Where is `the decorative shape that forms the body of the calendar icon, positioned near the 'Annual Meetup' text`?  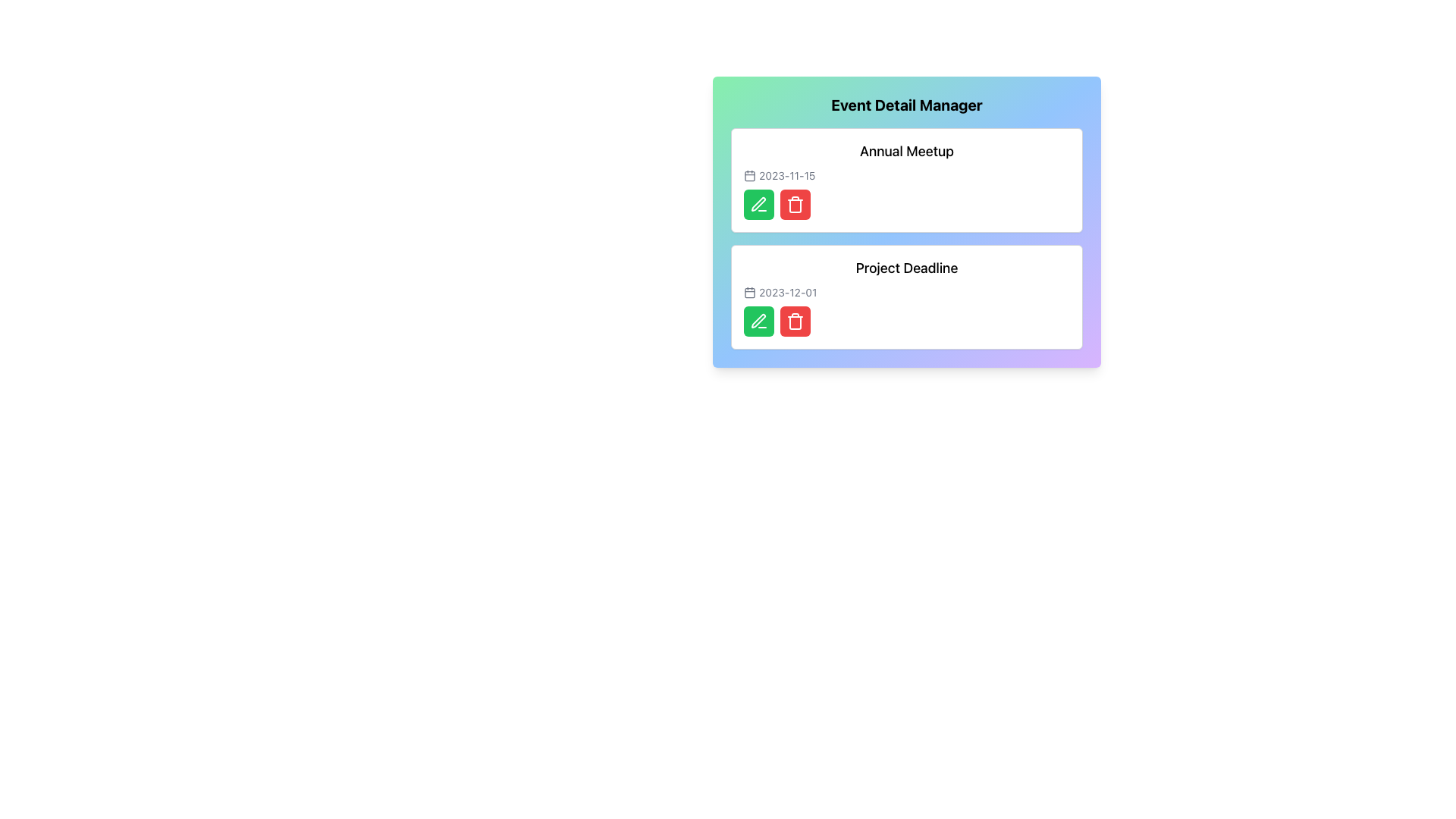
the decorative shape that forms the body of the calendar icon, positioned near the 'Annual Meetup' text is located at coordinates (749, 174).